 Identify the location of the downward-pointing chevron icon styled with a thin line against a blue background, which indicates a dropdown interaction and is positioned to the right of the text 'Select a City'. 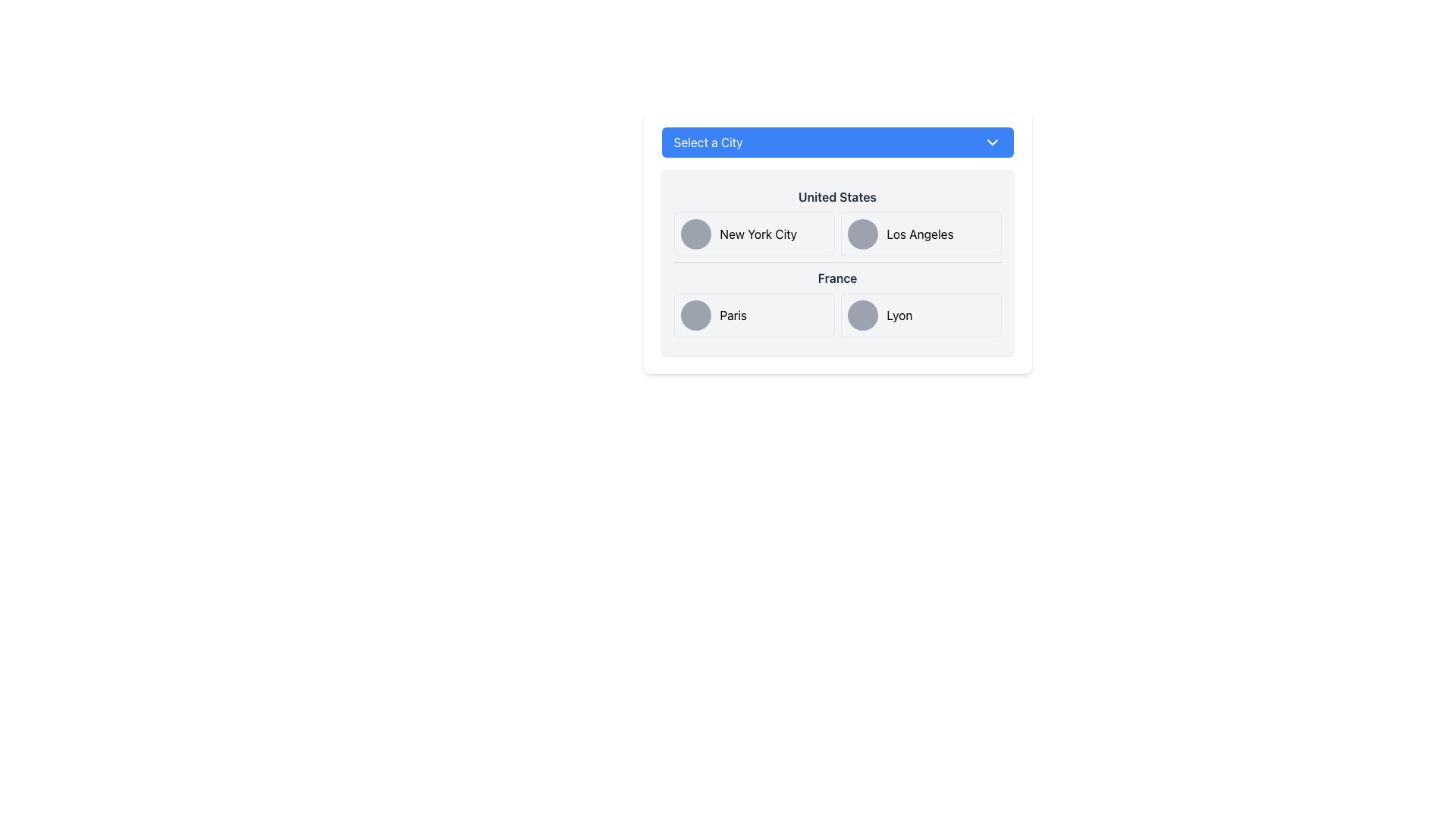
(992, 143).